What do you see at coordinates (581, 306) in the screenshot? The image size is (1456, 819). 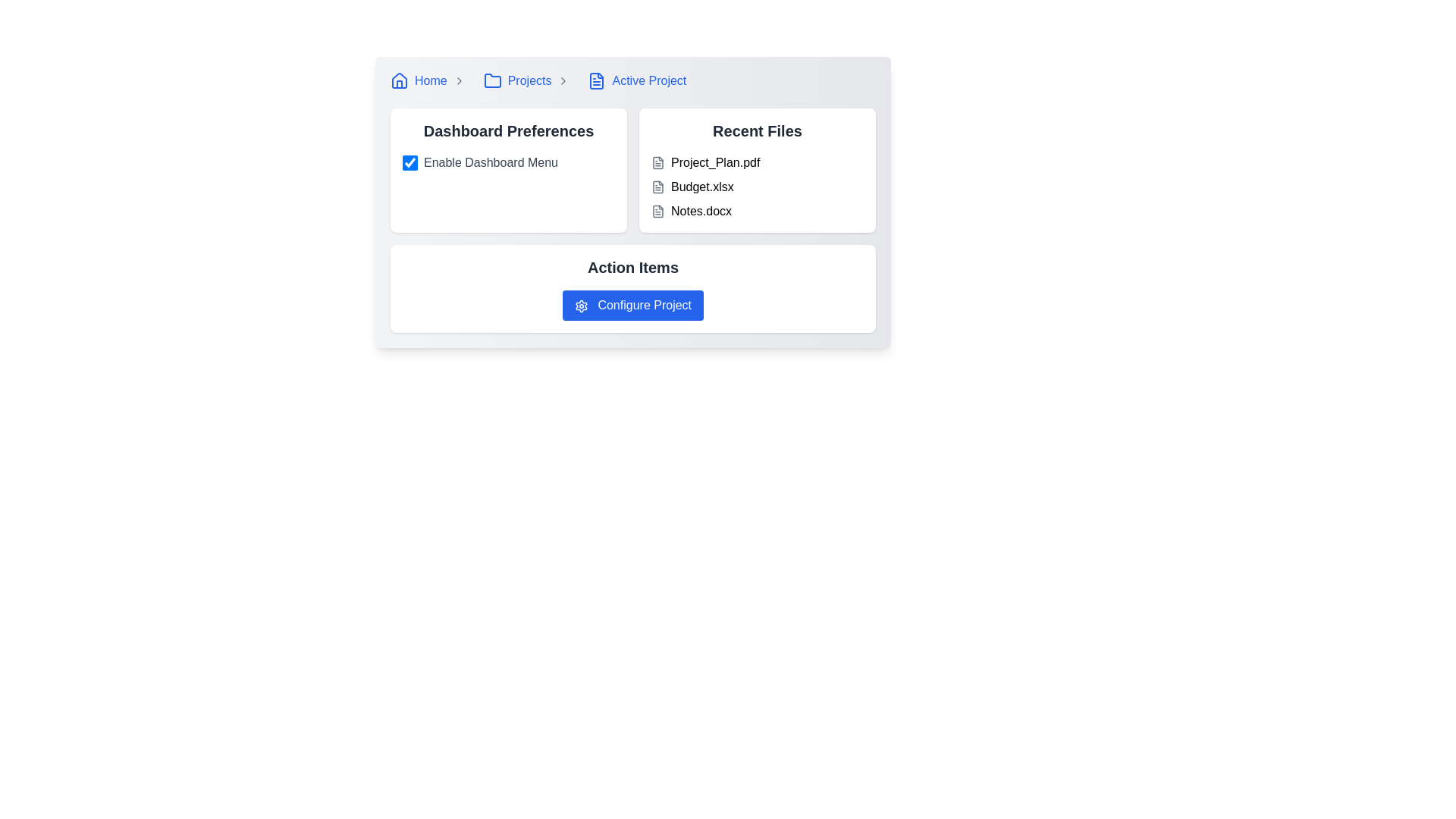 I see `the icon within the 'Configure Project' button located in the 'Action Items' section at the bottom-center of the main content area` at bounding box center [581, 306].